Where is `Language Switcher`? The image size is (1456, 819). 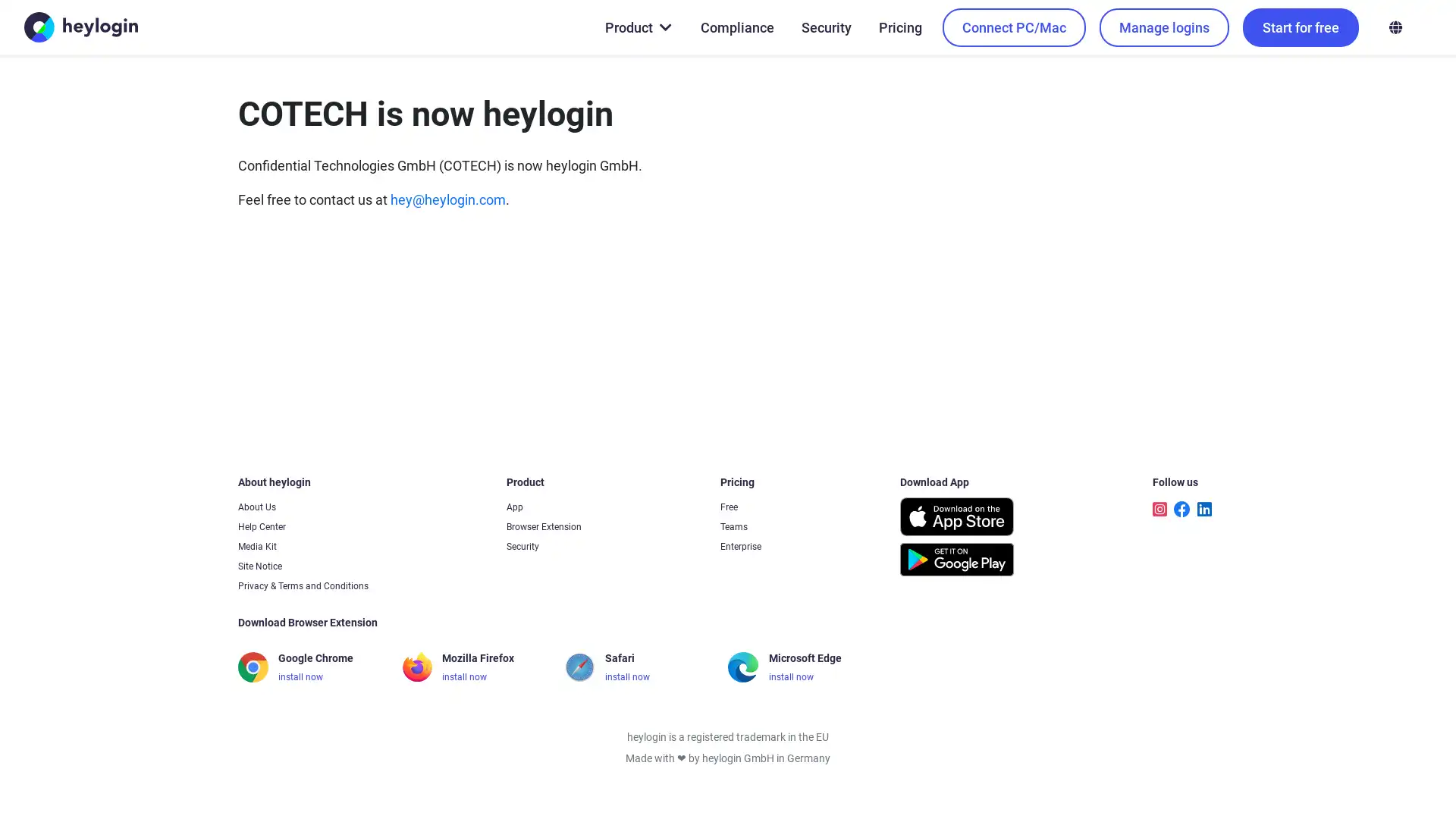
Language Switcher is located at coordinates (1395, 27).